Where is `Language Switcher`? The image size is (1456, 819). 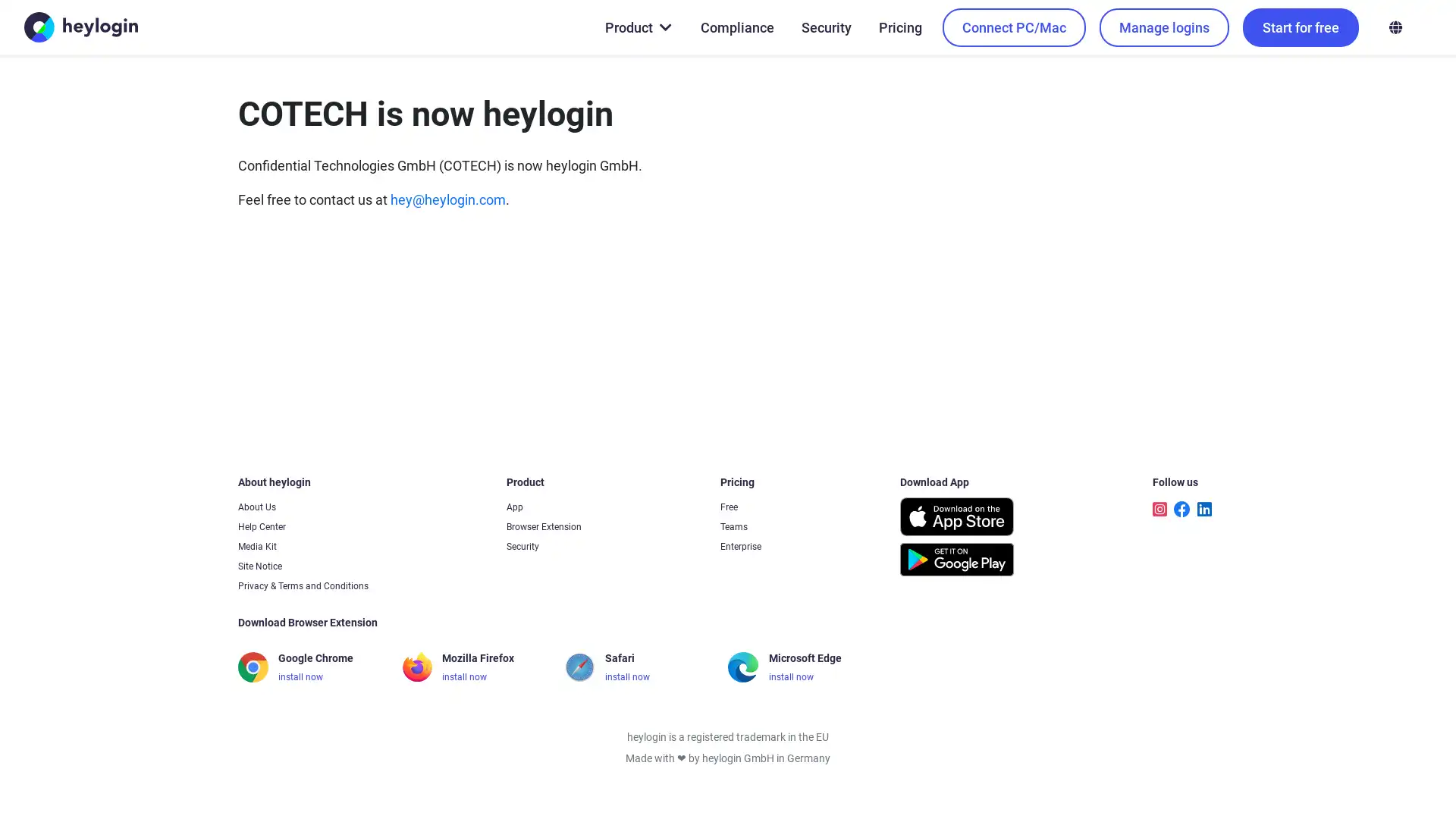
Language Switcher is located at coordinates (1395, 27).